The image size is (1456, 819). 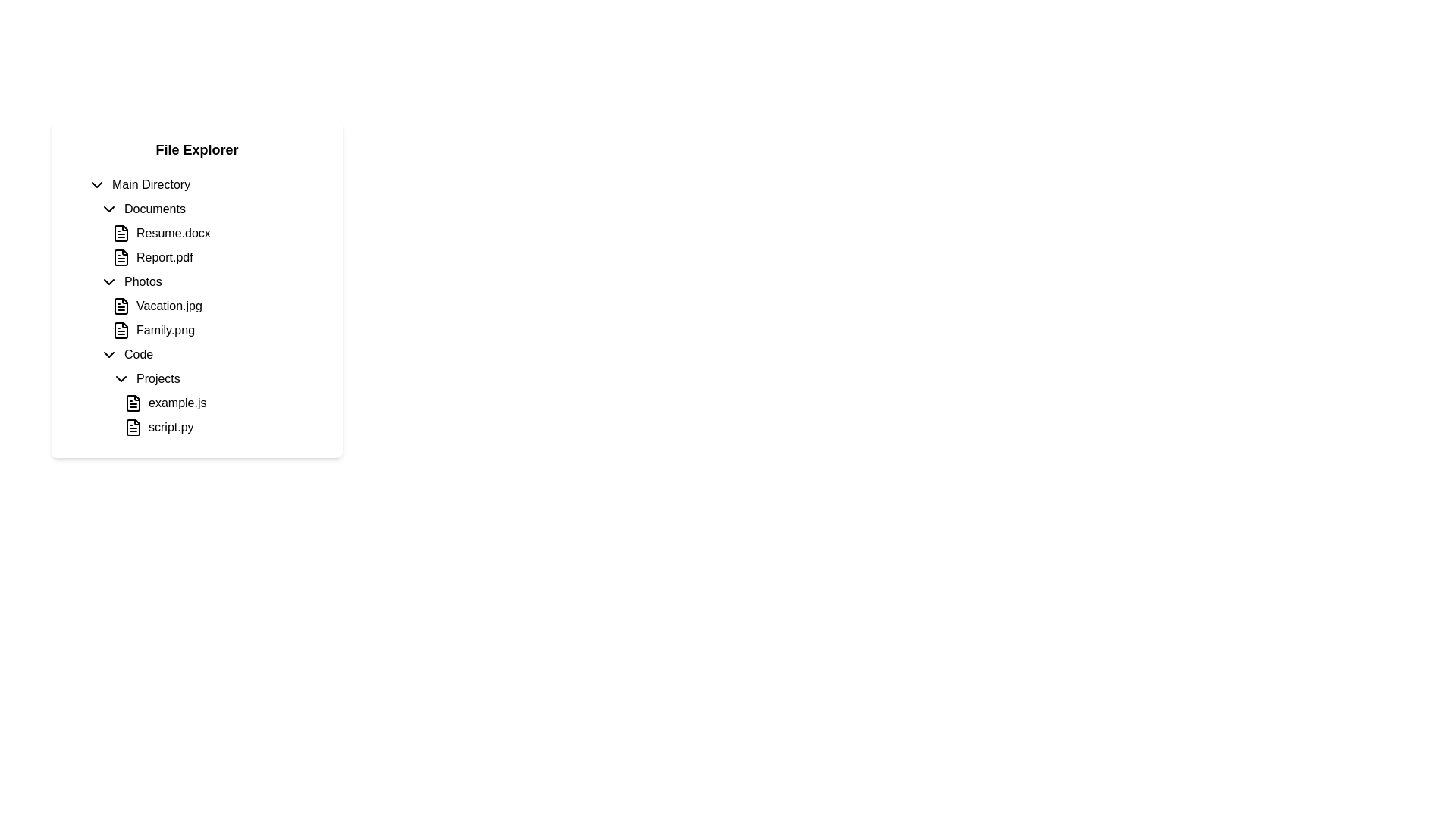 What do you see at coordinates (208, 256) in the screenshot?
I see `the 'Report.pdf' file from the Documents directory` at bounding box center [208, 256].